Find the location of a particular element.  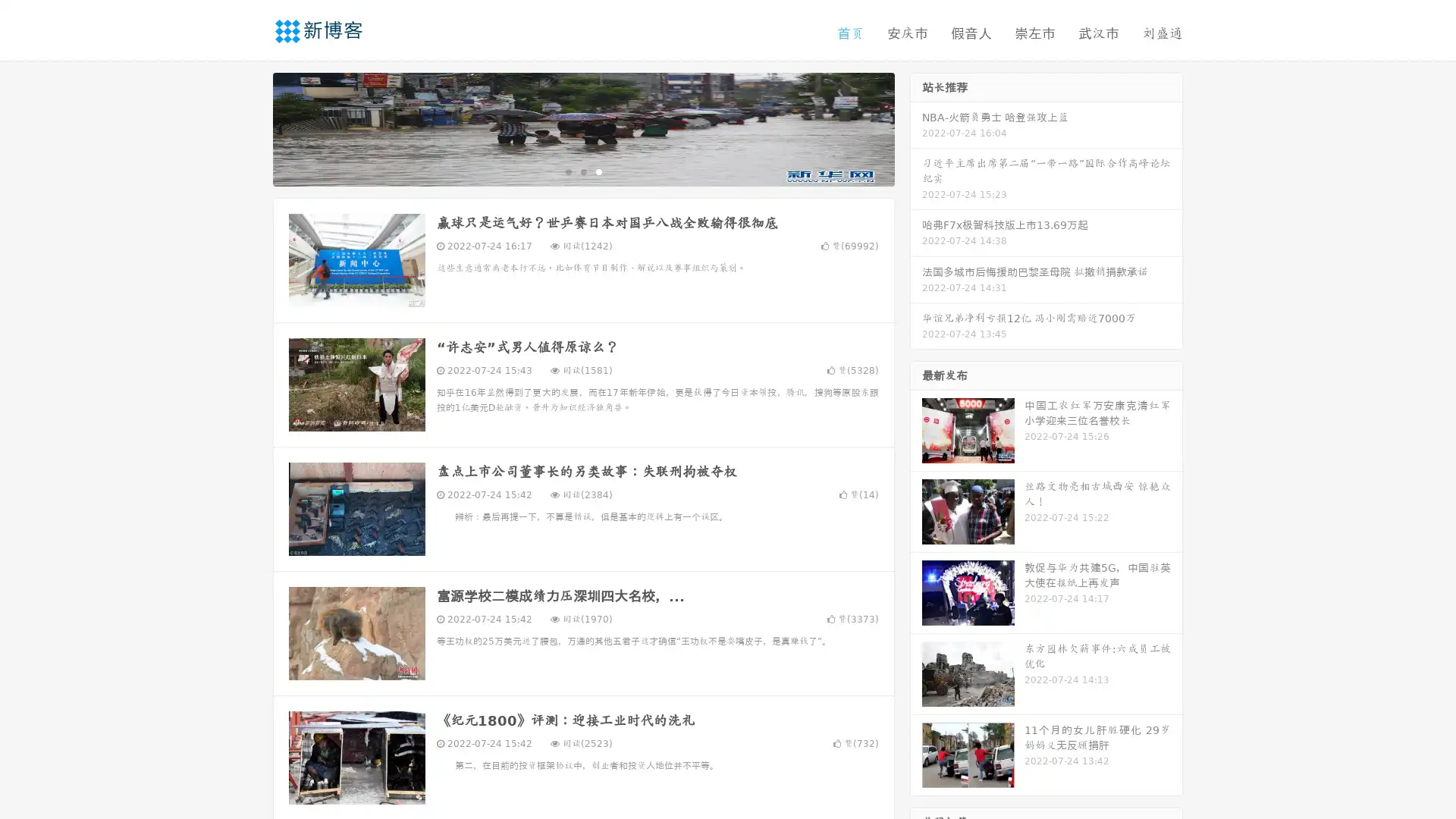

Go to slide 2 is located at coordinates (582, 171).